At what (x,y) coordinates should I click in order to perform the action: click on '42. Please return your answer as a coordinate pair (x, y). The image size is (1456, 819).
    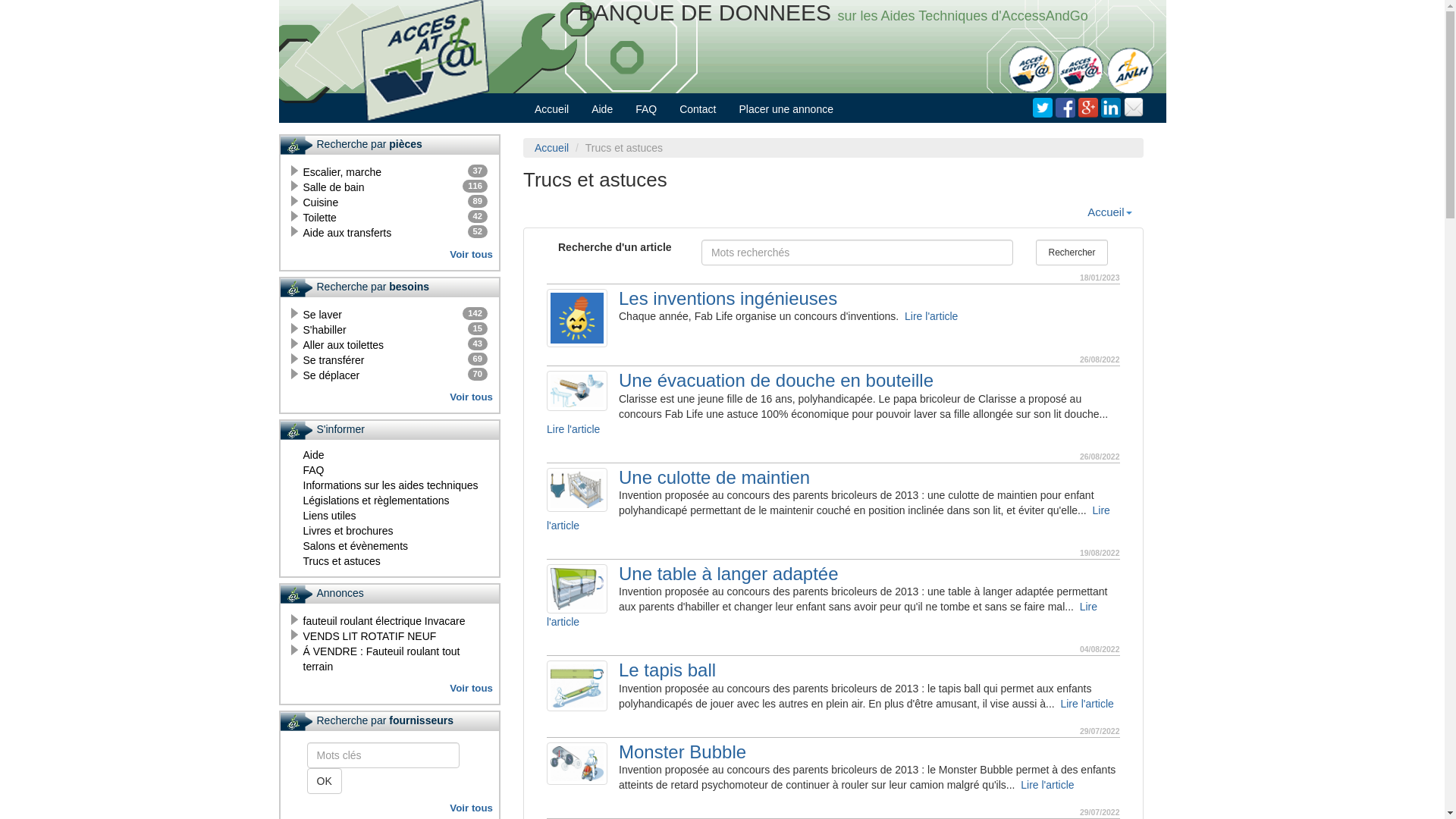
    Looking at the image, I should click on (319, 217).